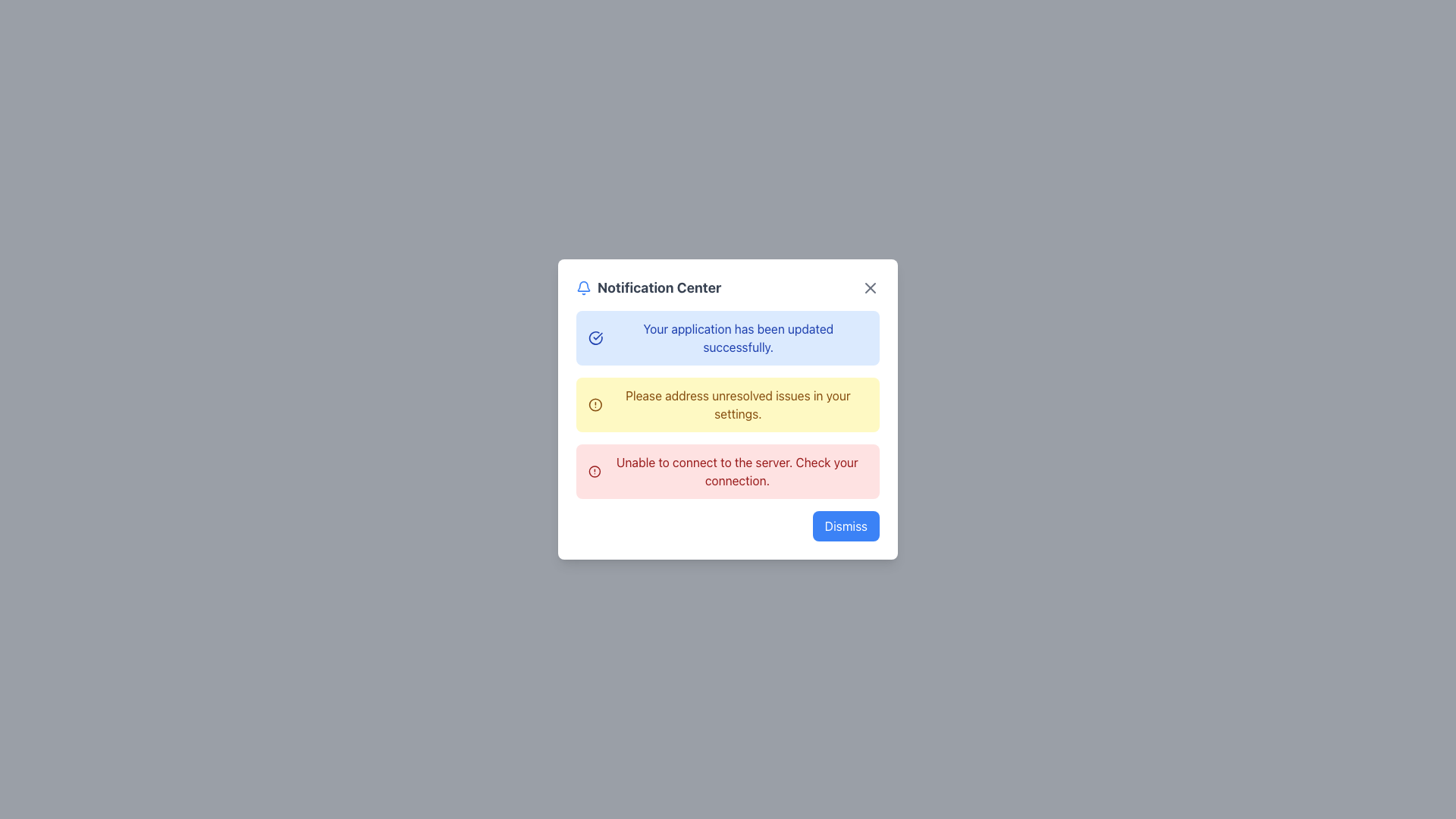 Image resolution: width=1456 pixels, height=819 pixels. Describe the element at coordinates (595, 337) in the screenshot. I see `the success icon located to the left of the message 'Your application has been updated successfully' in the notification center` at that location.